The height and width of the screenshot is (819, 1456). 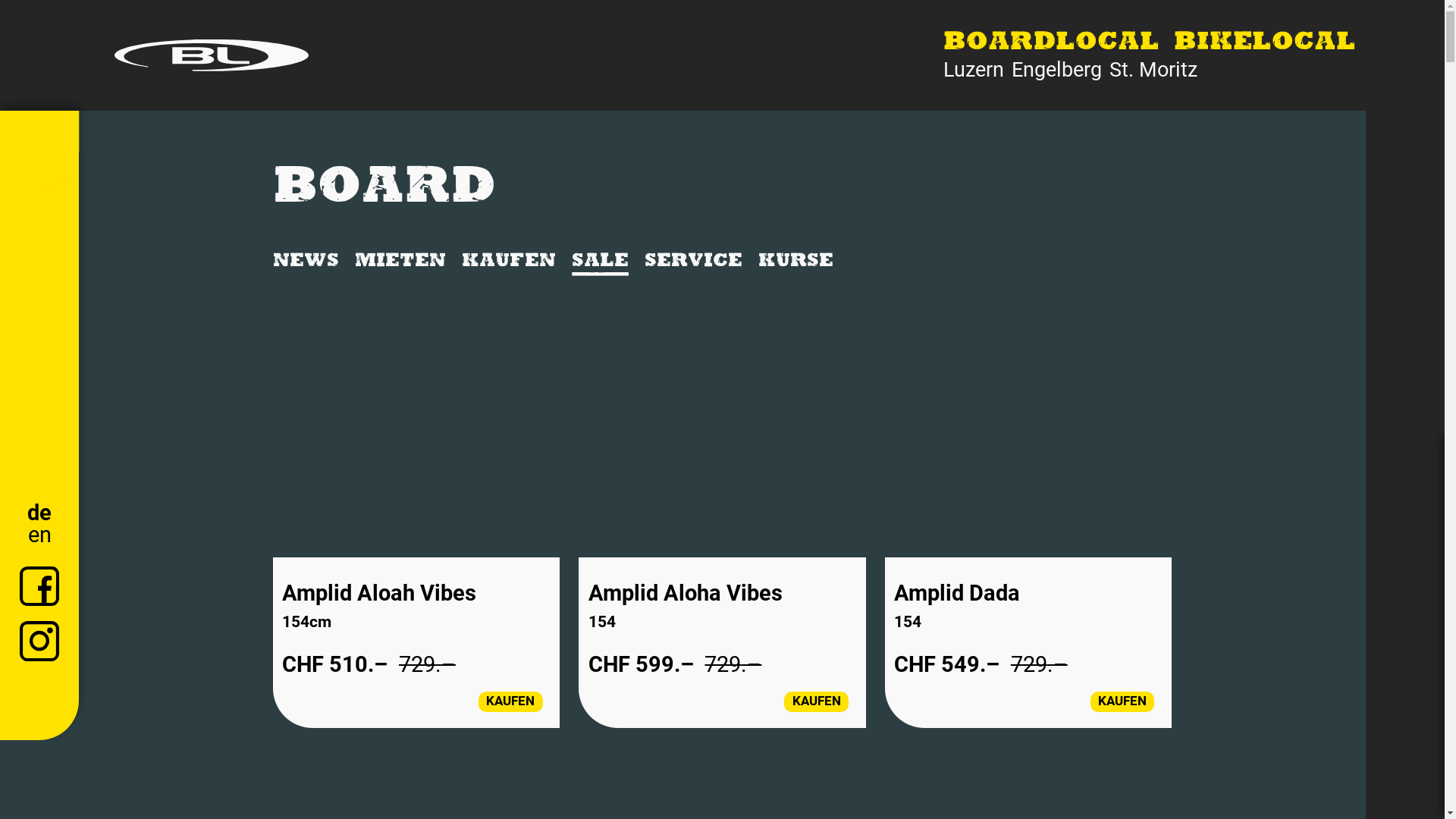 What do you see at coordinates (692, 261) in the screenshot?
I see `'Service'` at bounding box center [692, 261].